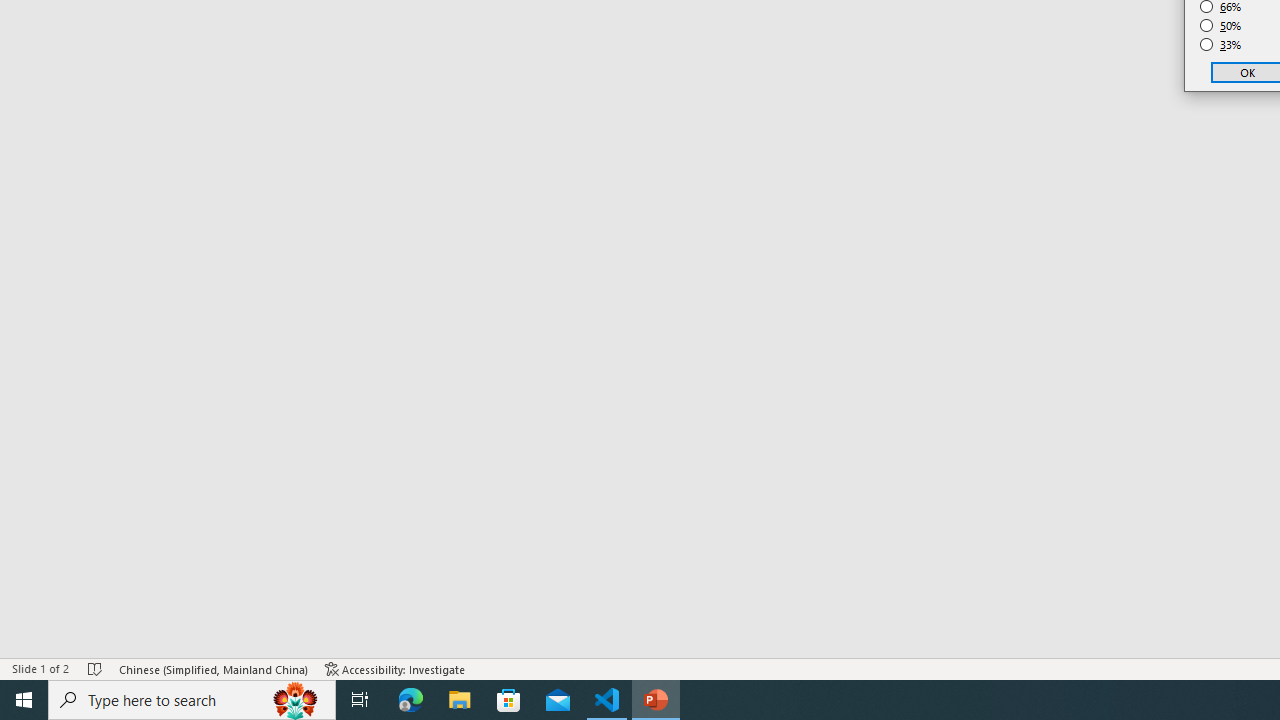  What do you see at coordinates (1220, 25) in the screenshot?
I see `'50%'` at bounding box center [1220, 25].